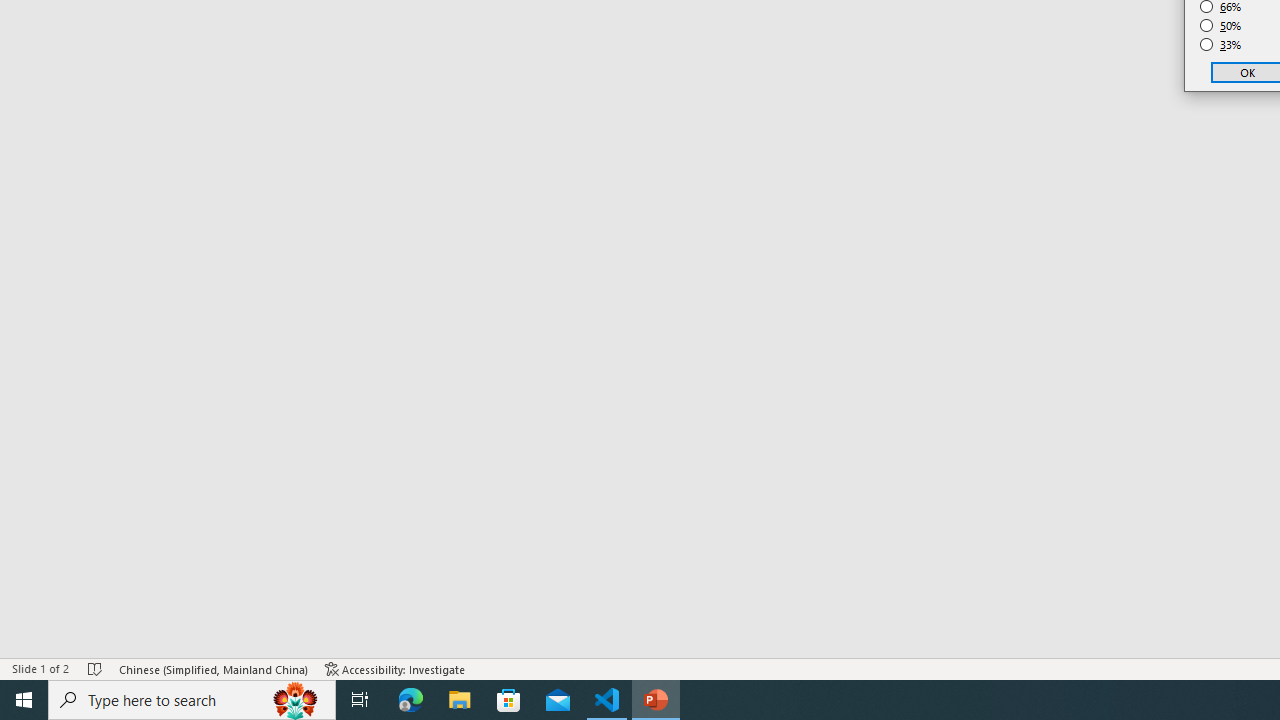  What do you see at coordinates (1220, 25) in the screenshot?
I see `'50%'` at bounding box center [1220, 25].